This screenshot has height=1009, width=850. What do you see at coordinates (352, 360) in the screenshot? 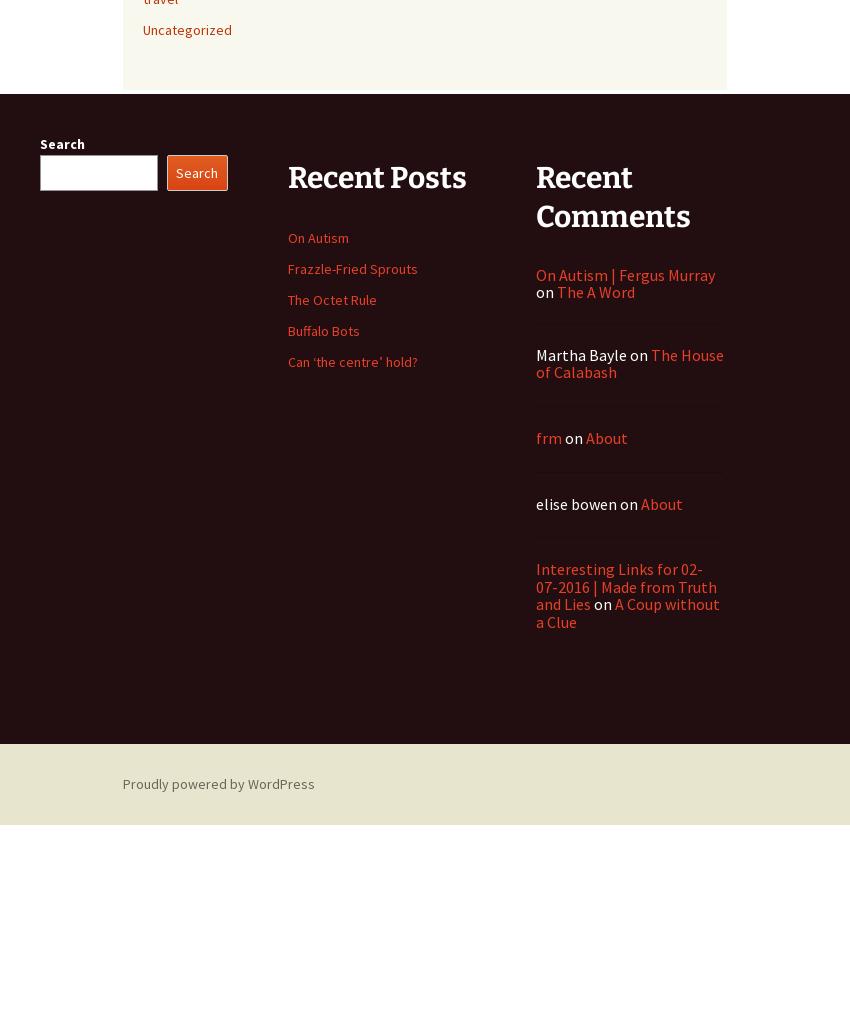
I see `'Can ‘the centre’ hold?'` at bounding box center [352, 360].